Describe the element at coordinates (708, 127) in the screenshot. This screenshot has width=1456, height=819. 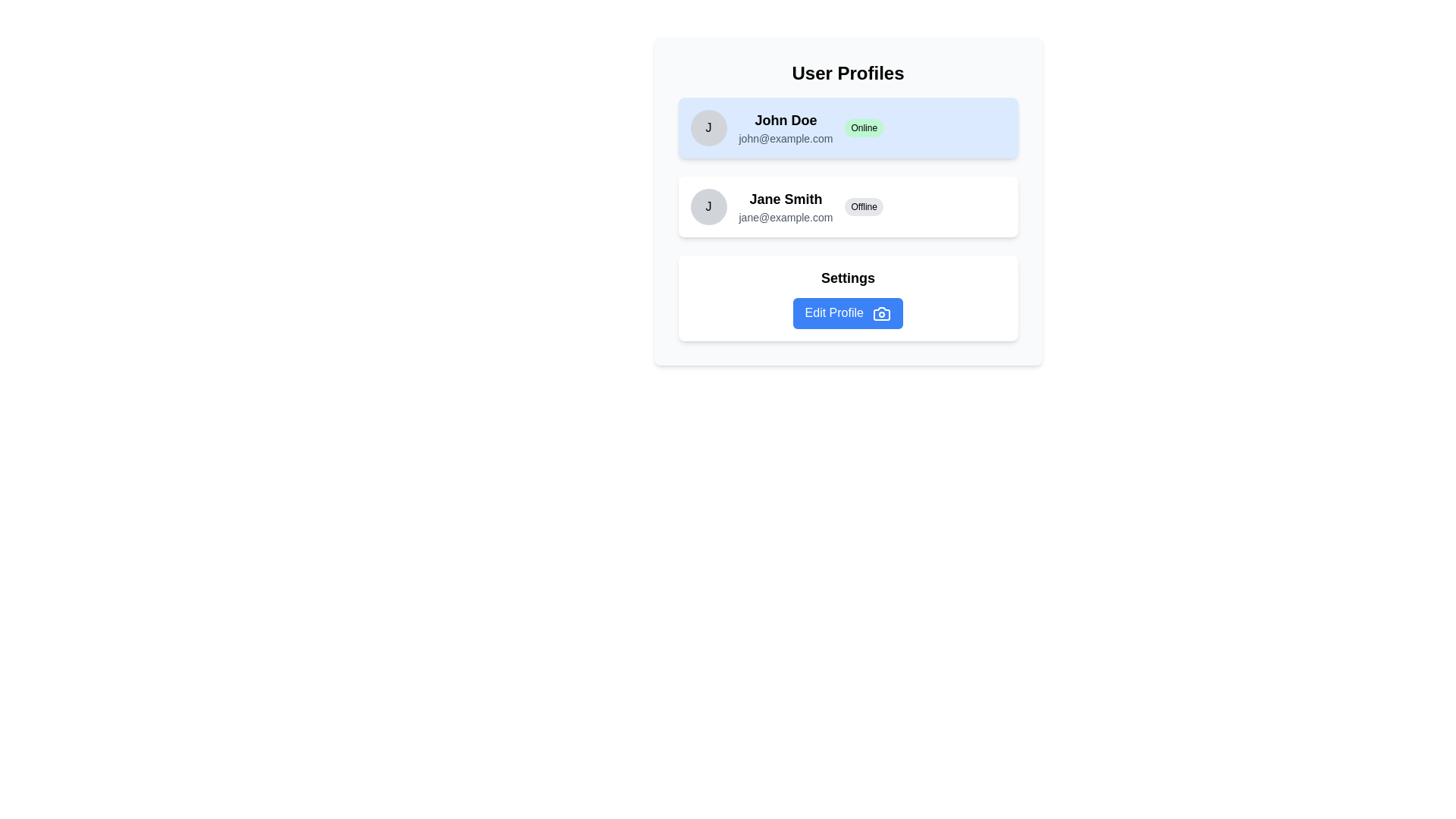
I see `the circular avatar placeholder with a gray background and the letter 'J' in bold black font, located at the leftmost end of the profile card preceding 'John Doe' and 'Online' status` at that location.